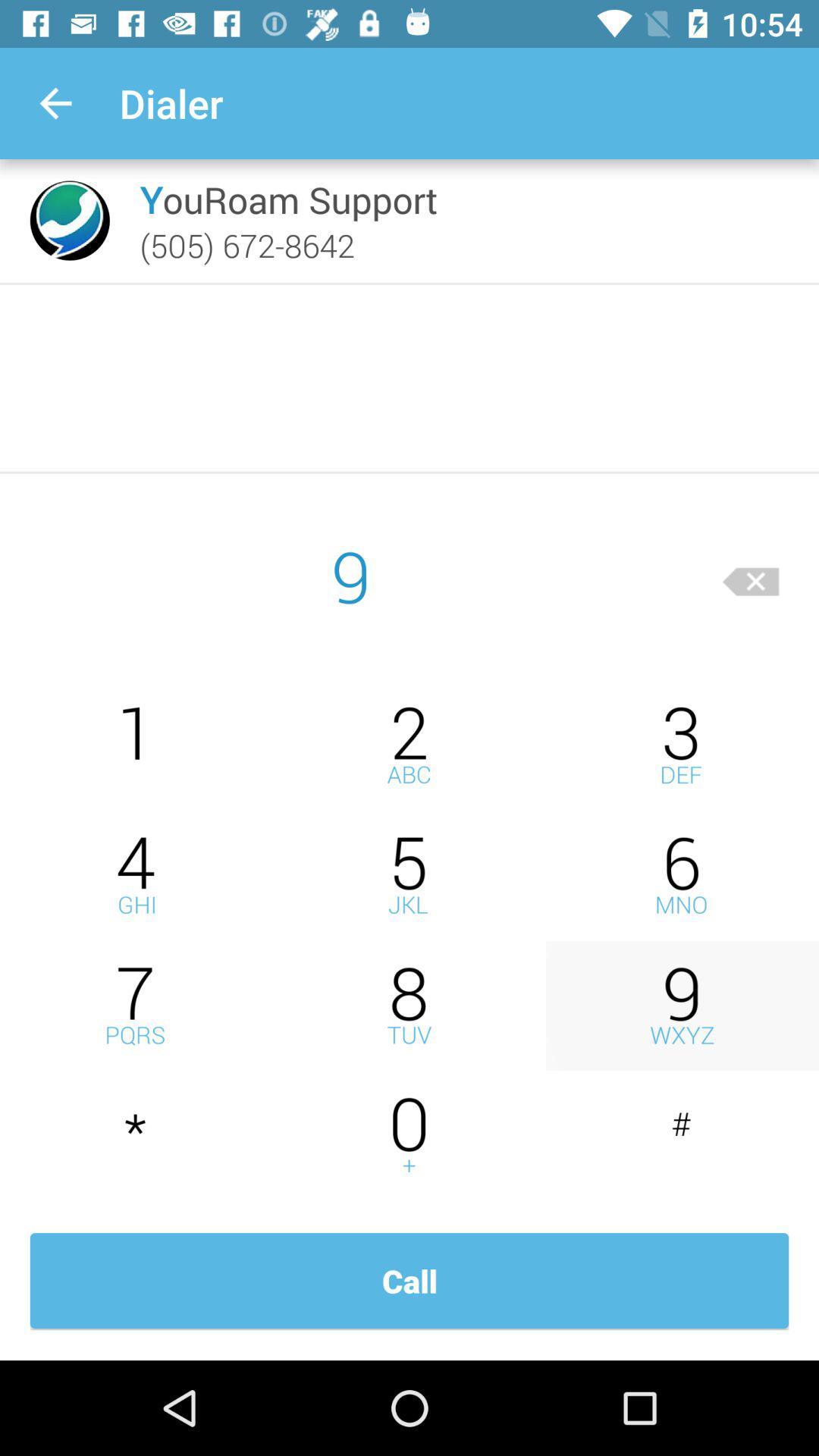  I want to click on the close icon, so click(751, 575).